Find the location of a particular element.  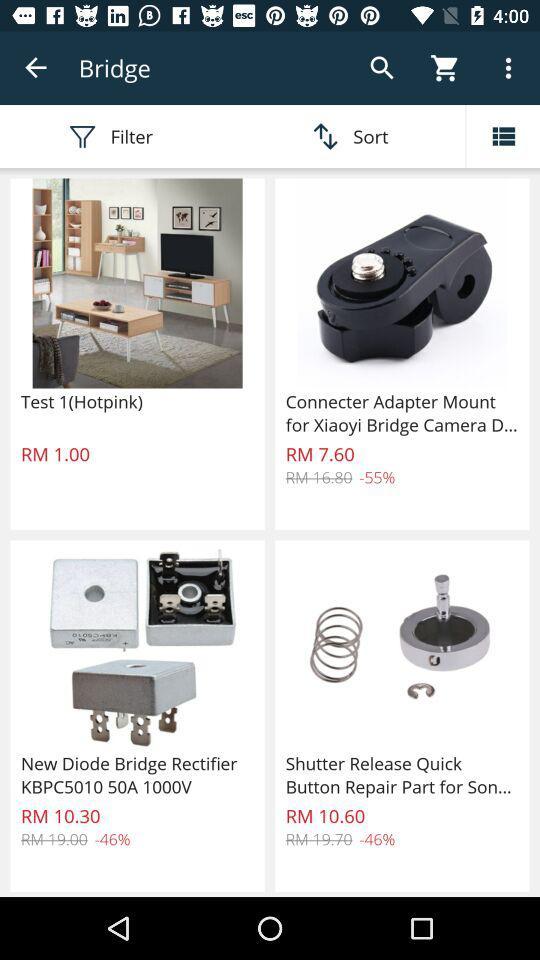

the item next to the bridge is located at coordinates (36, 68).